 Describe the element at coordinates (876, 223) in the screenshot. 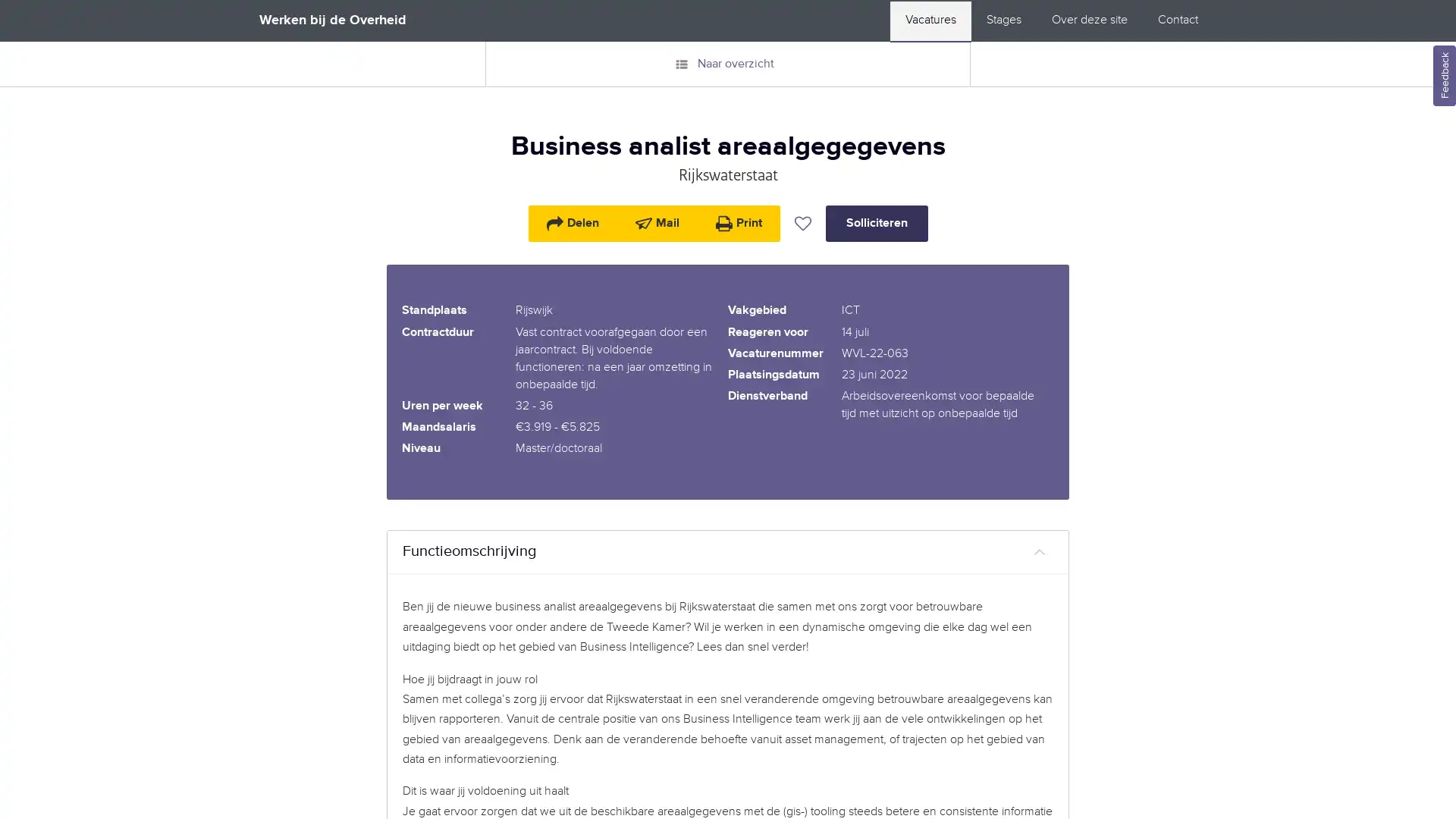

I see `Solliciteren` at that location.